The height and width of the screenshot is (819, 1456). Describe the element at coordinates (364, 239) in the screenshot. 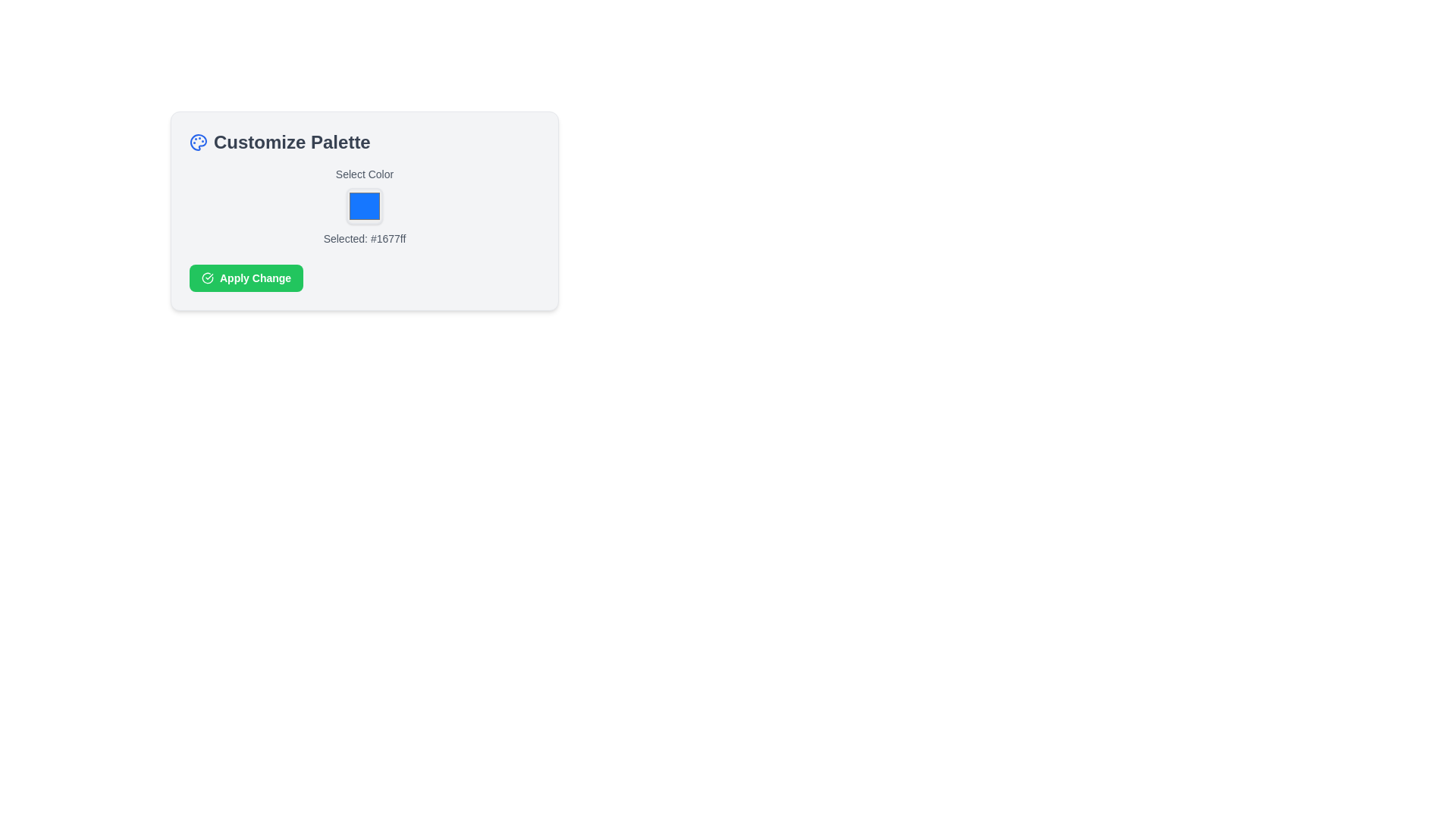

I see `the informational Text label that displays the currently selected color value, located centrally below the color selection box` at that location.